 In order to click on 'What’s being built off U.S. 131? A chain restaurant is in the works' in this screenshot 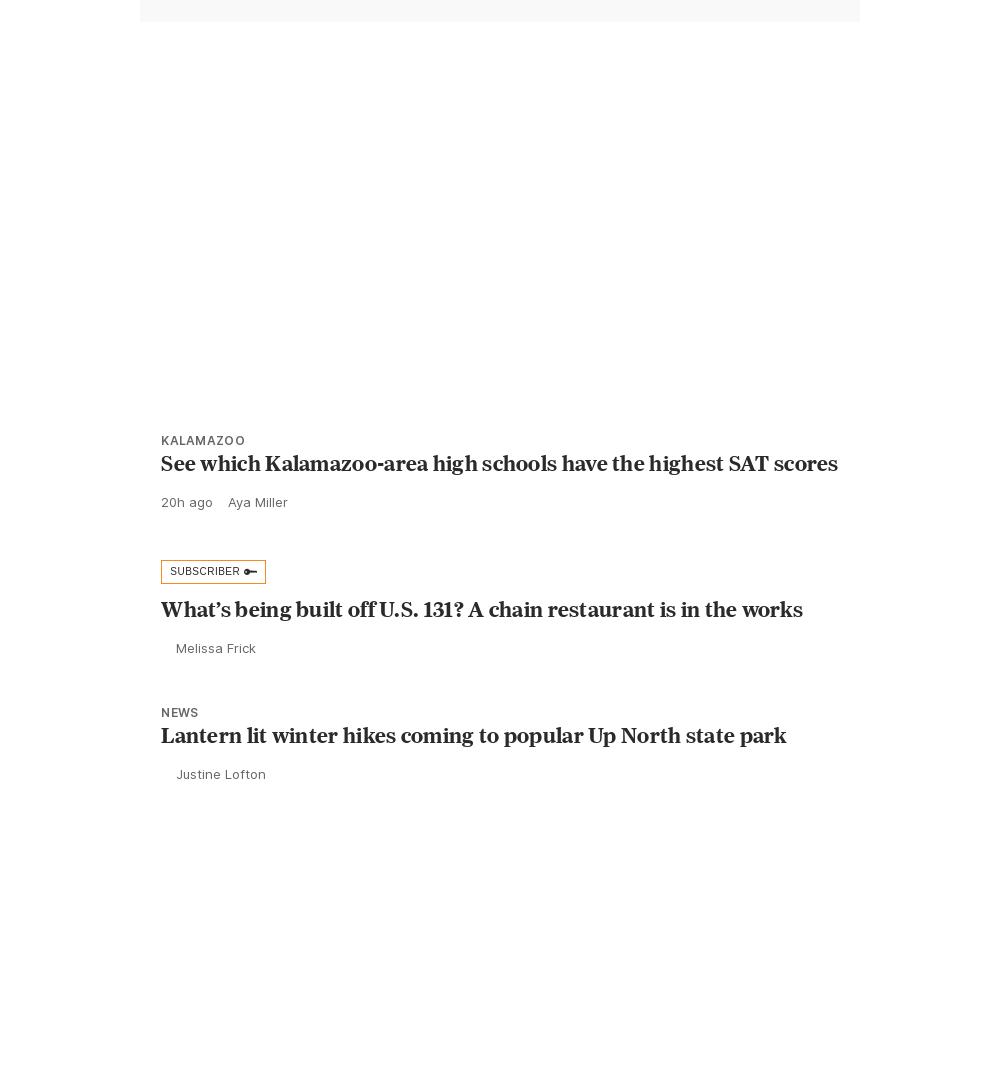, I will do `click(481, 652)`.